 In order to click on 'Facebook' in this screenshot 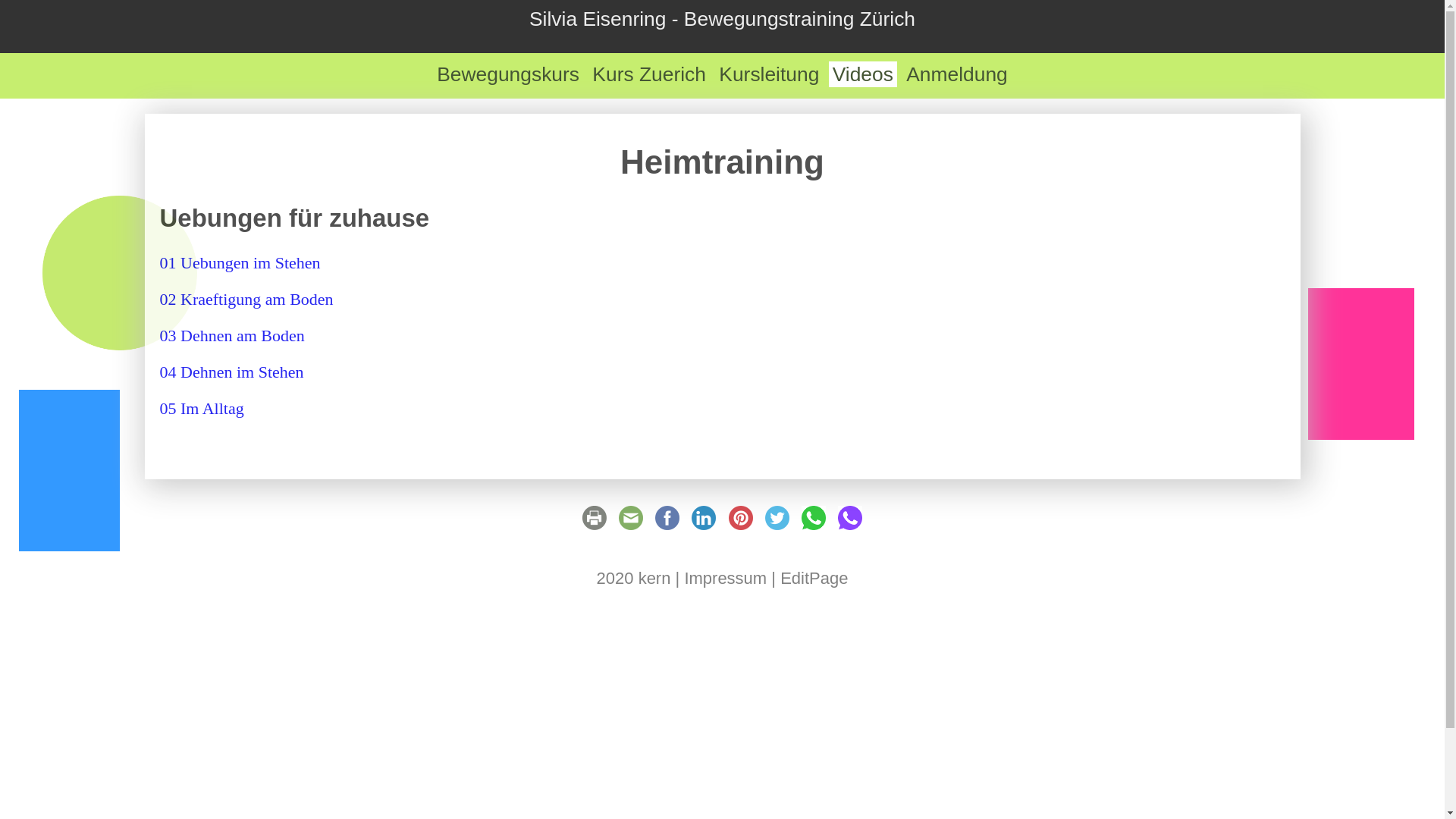, I will do `click(667, 523)`.